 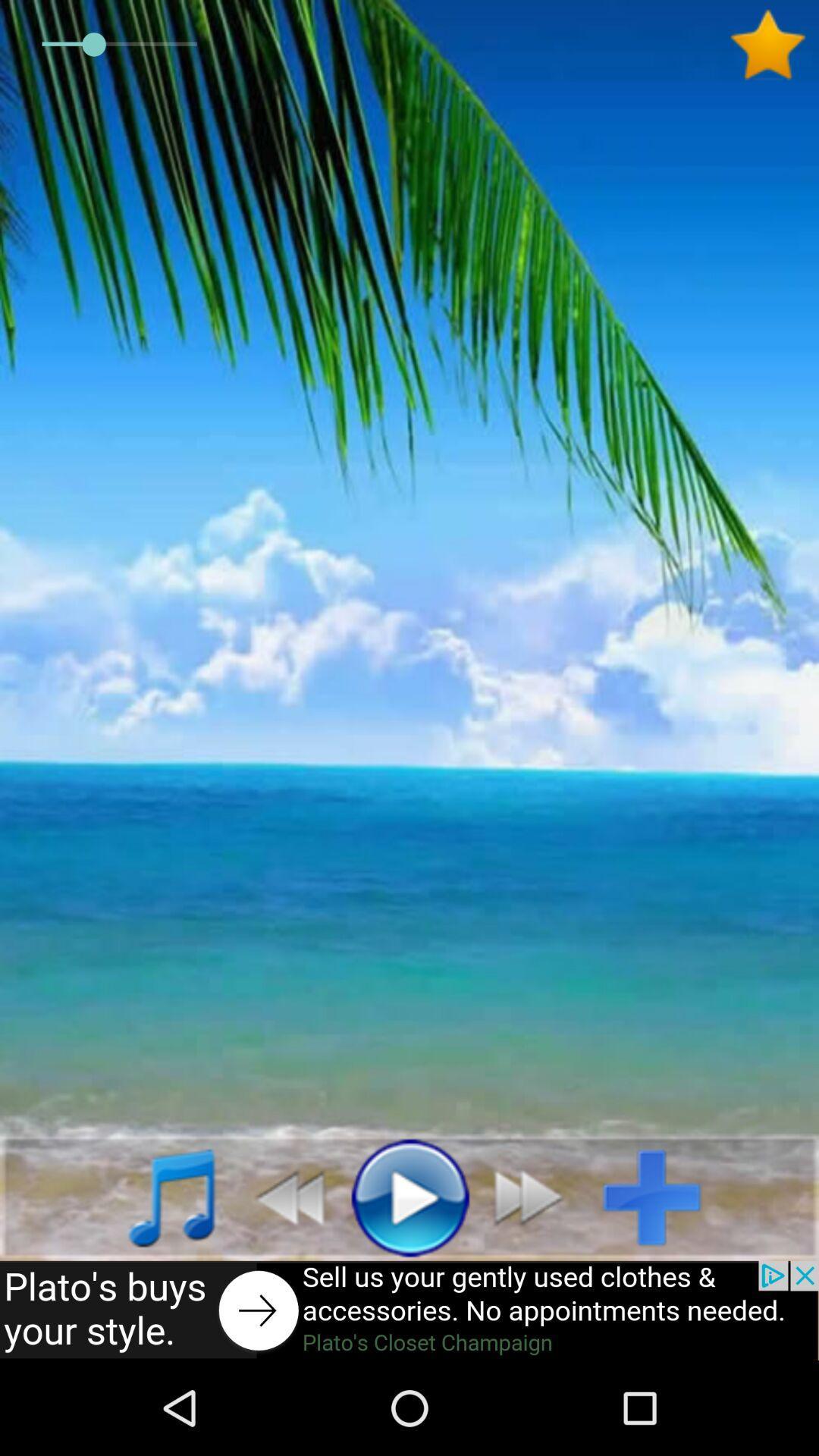 I want to click on click the backward option, so click(x=281, y=1196).